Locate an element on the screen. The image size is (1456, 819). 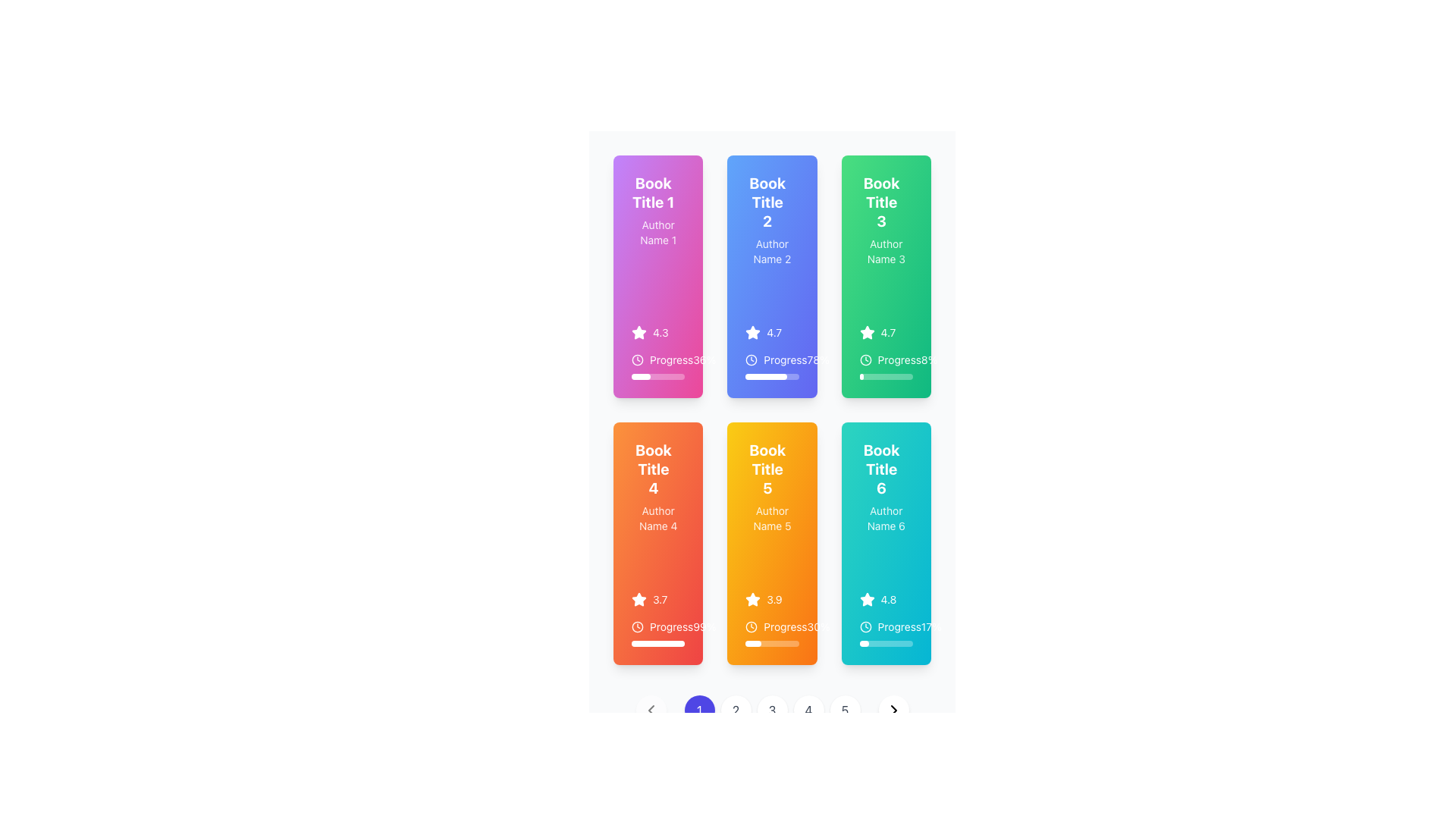
the text label displaying the title 'Book Title 1' located at the top of the first card in the grid interface to trigger any hover behavior is located at coordinates (658, 195).